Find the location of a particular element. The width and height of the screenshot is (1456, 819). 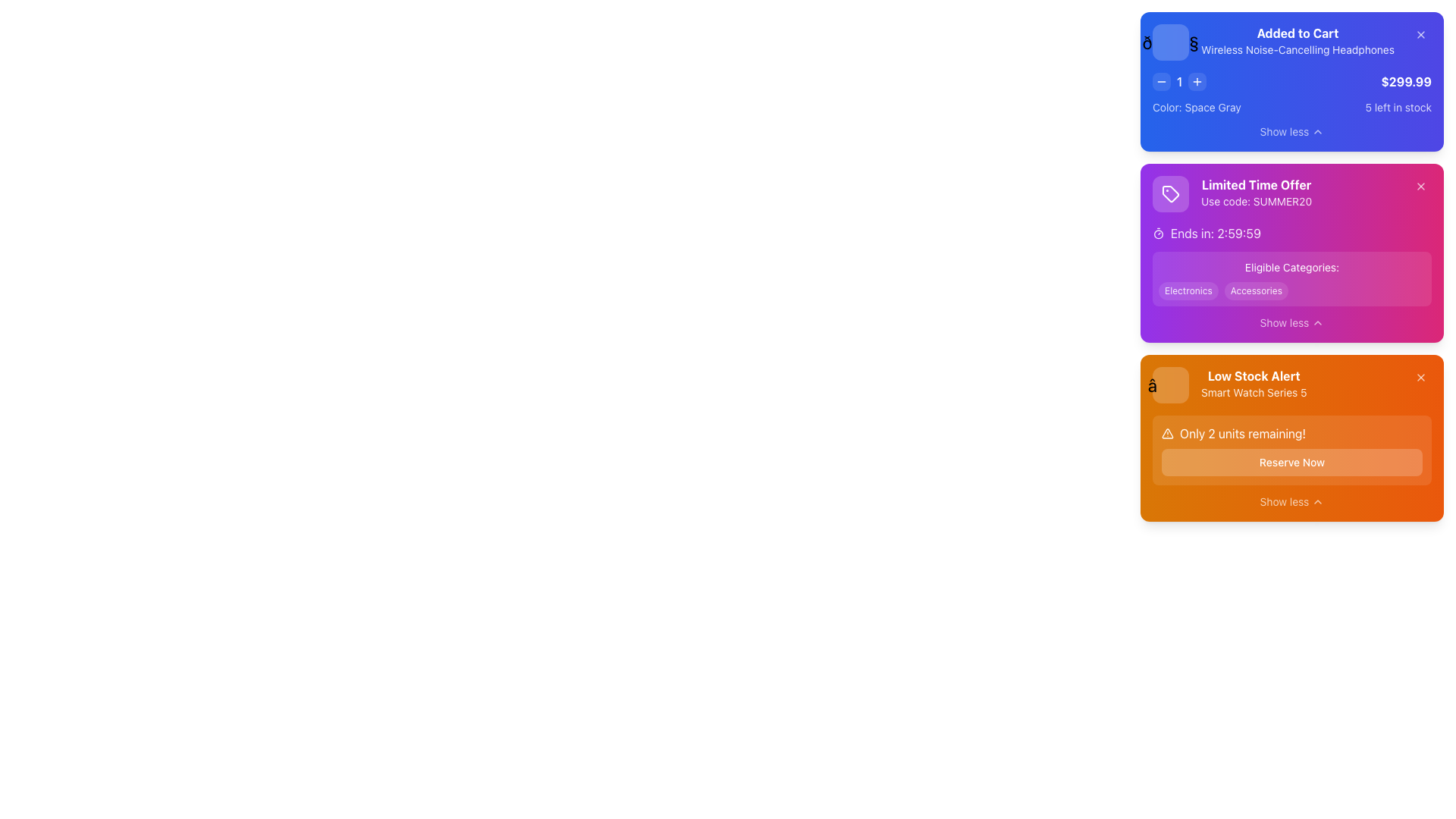

the close button represented by a small 'X' icon with white strokes on a transparent background, located at the top-right corner of the orange 'Low Stock Alert' card is located at coordinates (1420, 376).